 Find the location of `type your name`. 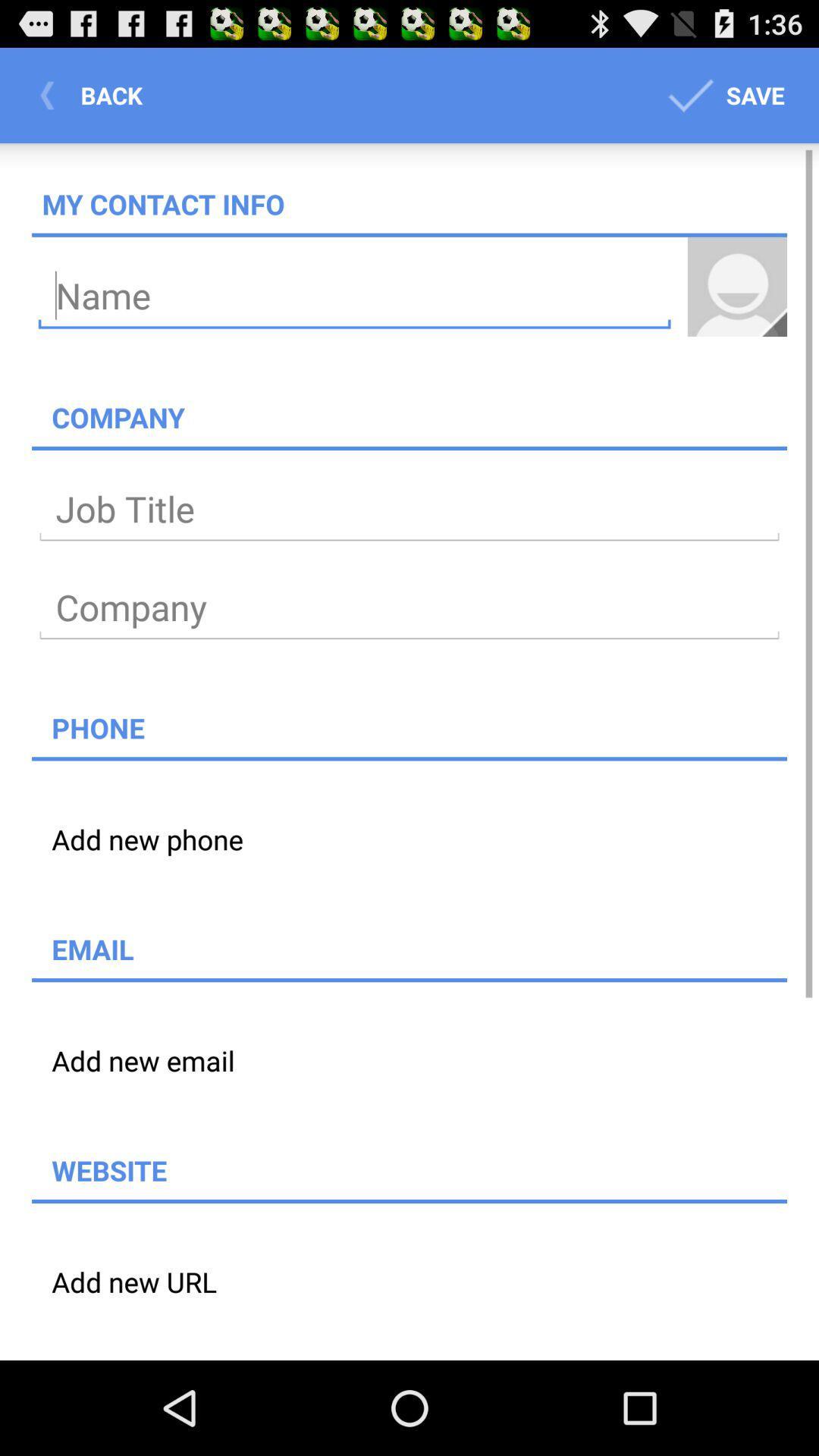

type your name is located at coordinates (354, 296).